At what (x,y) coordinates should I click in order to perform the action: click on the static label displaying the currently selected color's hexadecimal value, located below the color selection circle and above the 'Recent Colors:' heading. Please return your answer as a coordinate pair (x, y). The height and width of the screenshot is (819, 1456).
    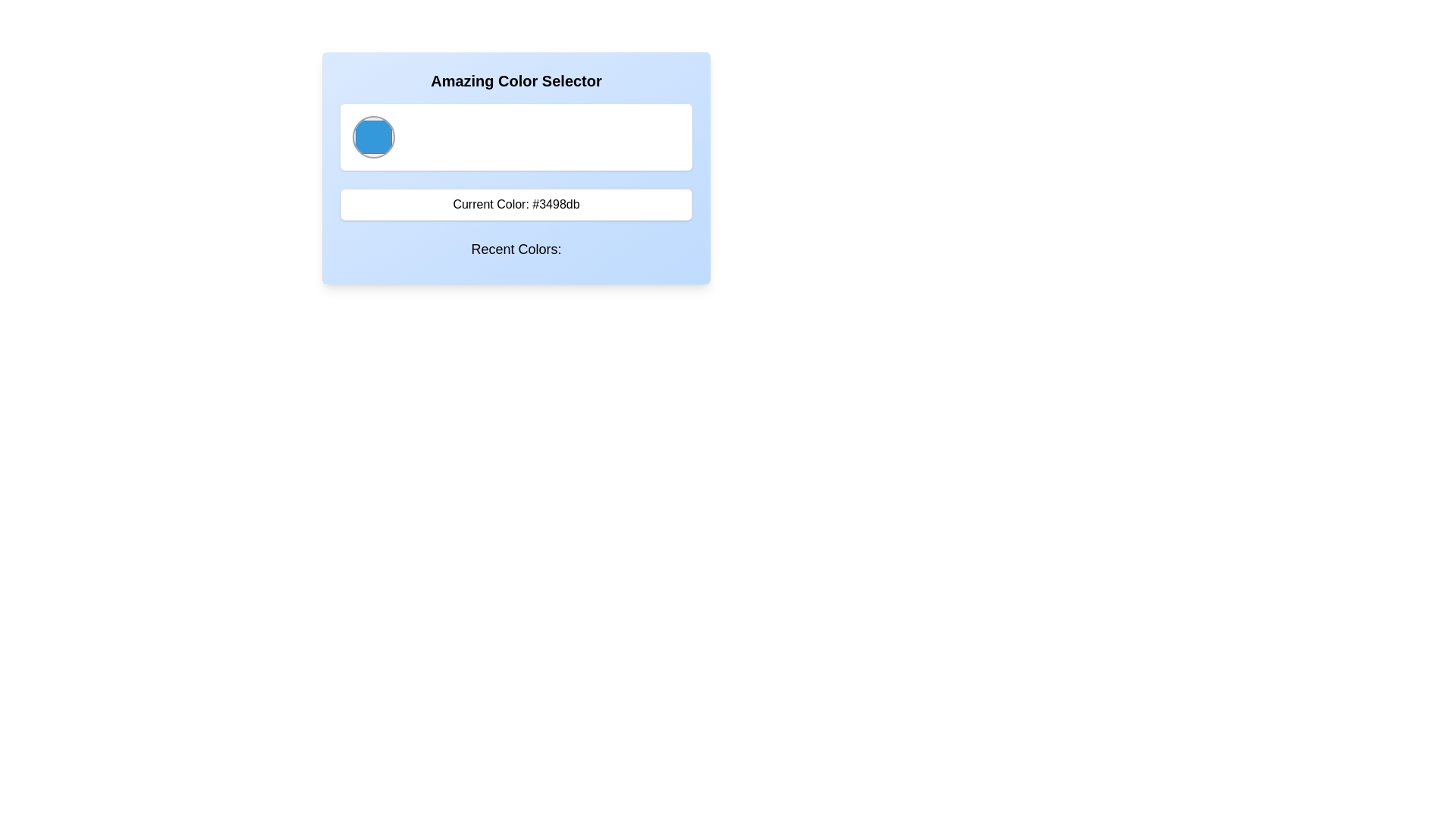
    Looking at the image, I should click on (516, 205).